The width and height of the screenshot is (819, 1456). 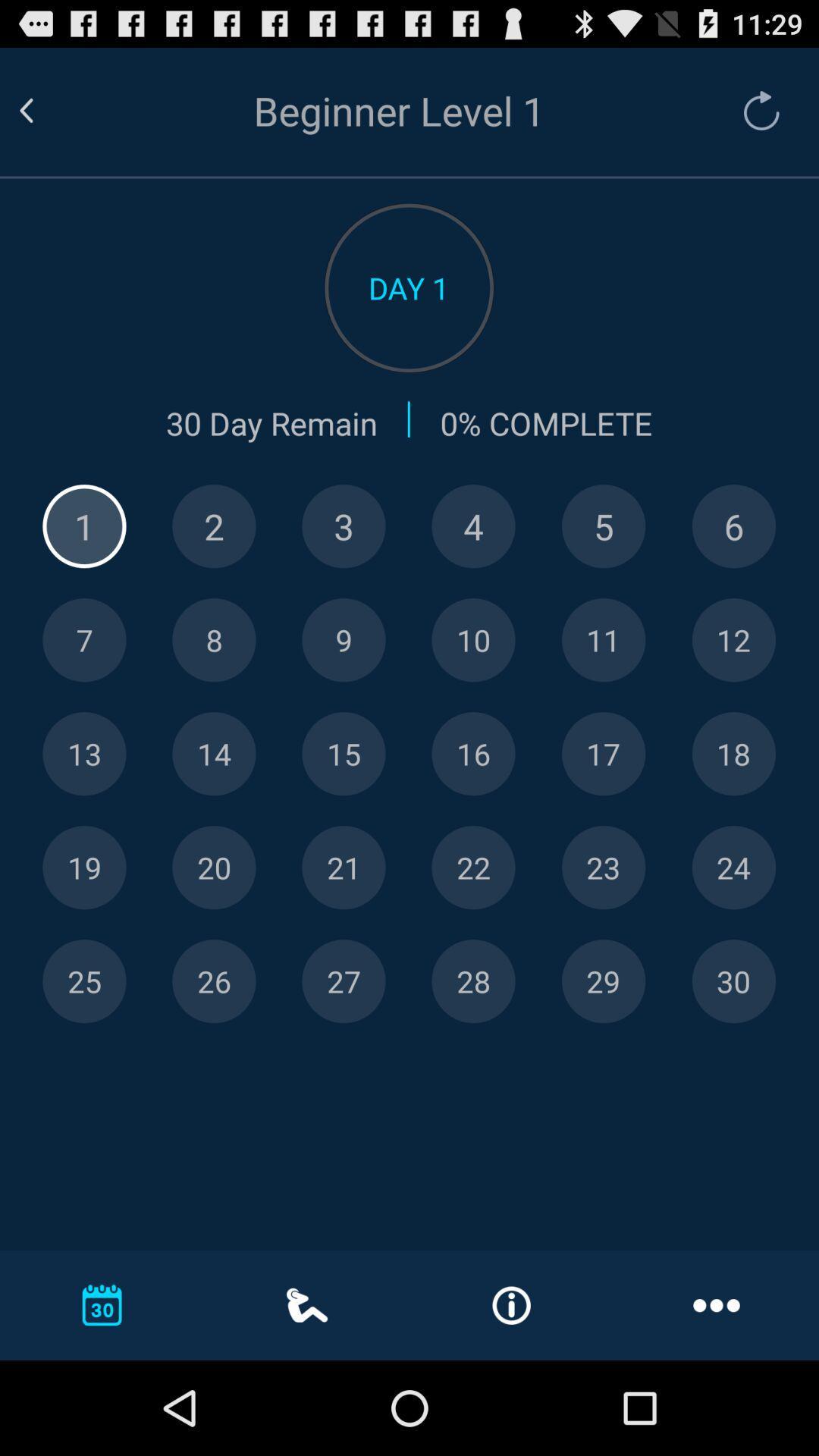 What do you see at coordinates (214, 526) in the screenshot?
I see `2` at bounding box center [214, 526].